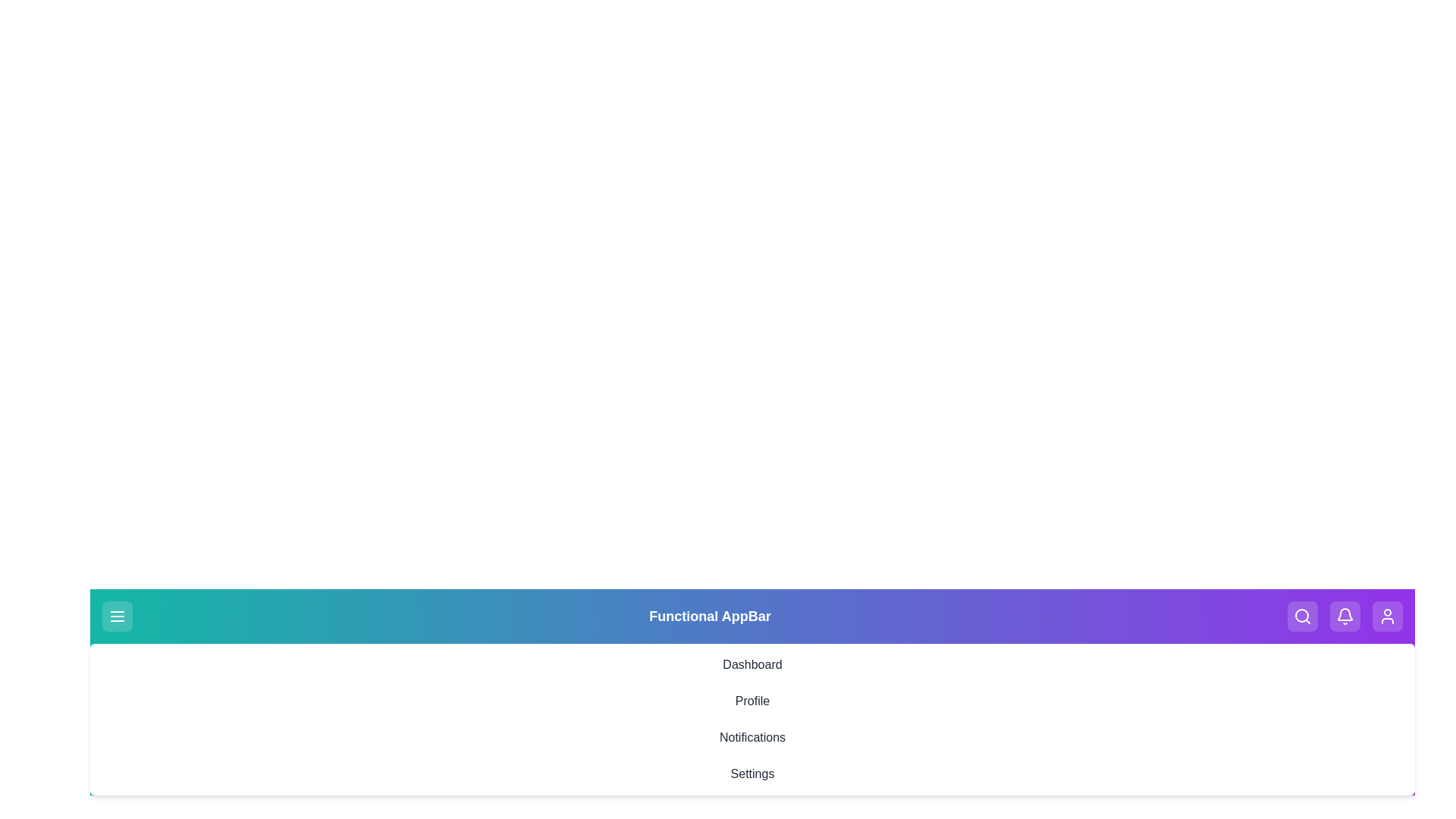 This screenshot has height=819, width=1456. I want to click on the Notifications button in the AppBar, so click(1345, 617).